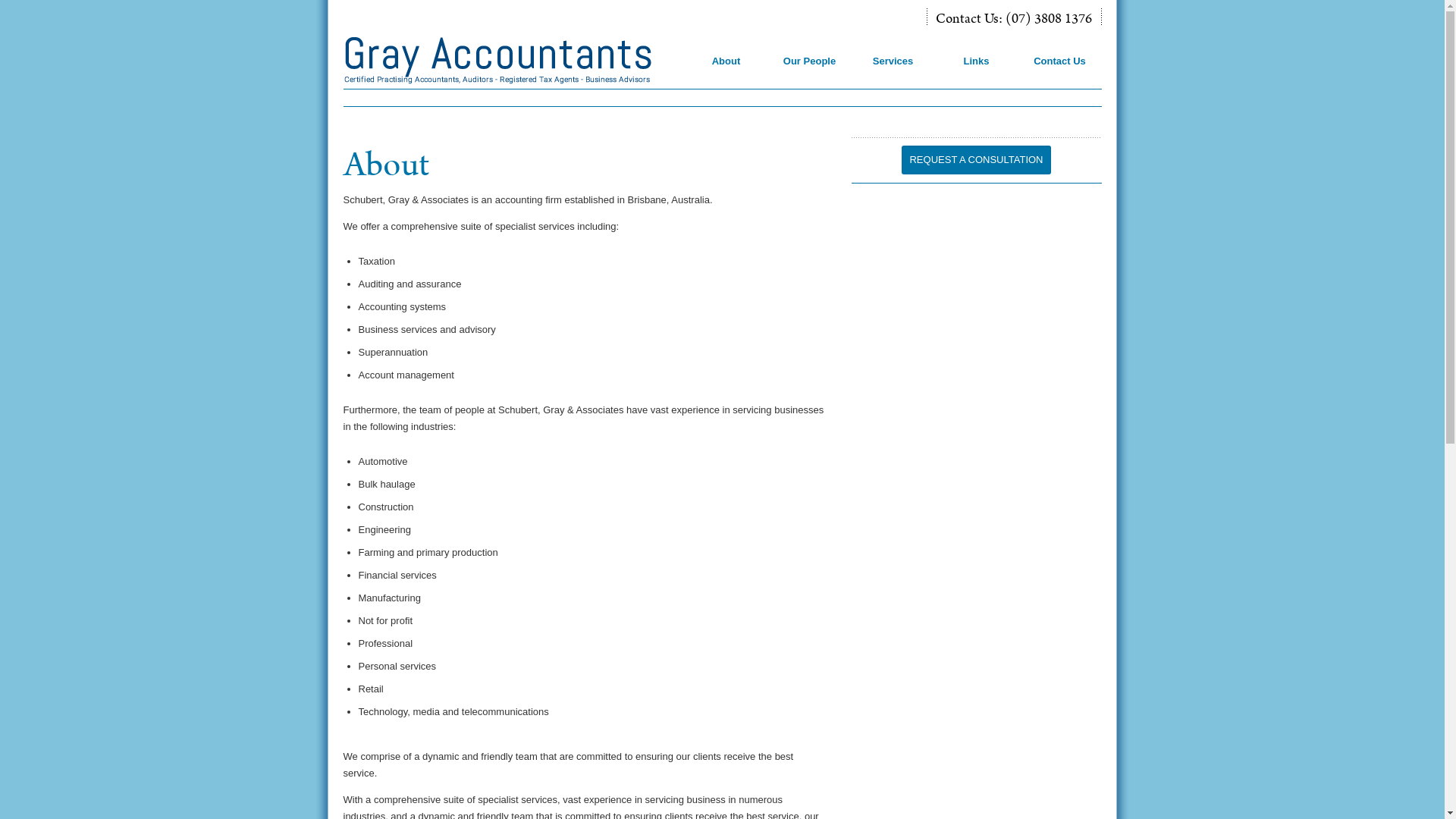 This screenshot has width=1456, height=819. I want to click on 'Our People', so click(810, 72).